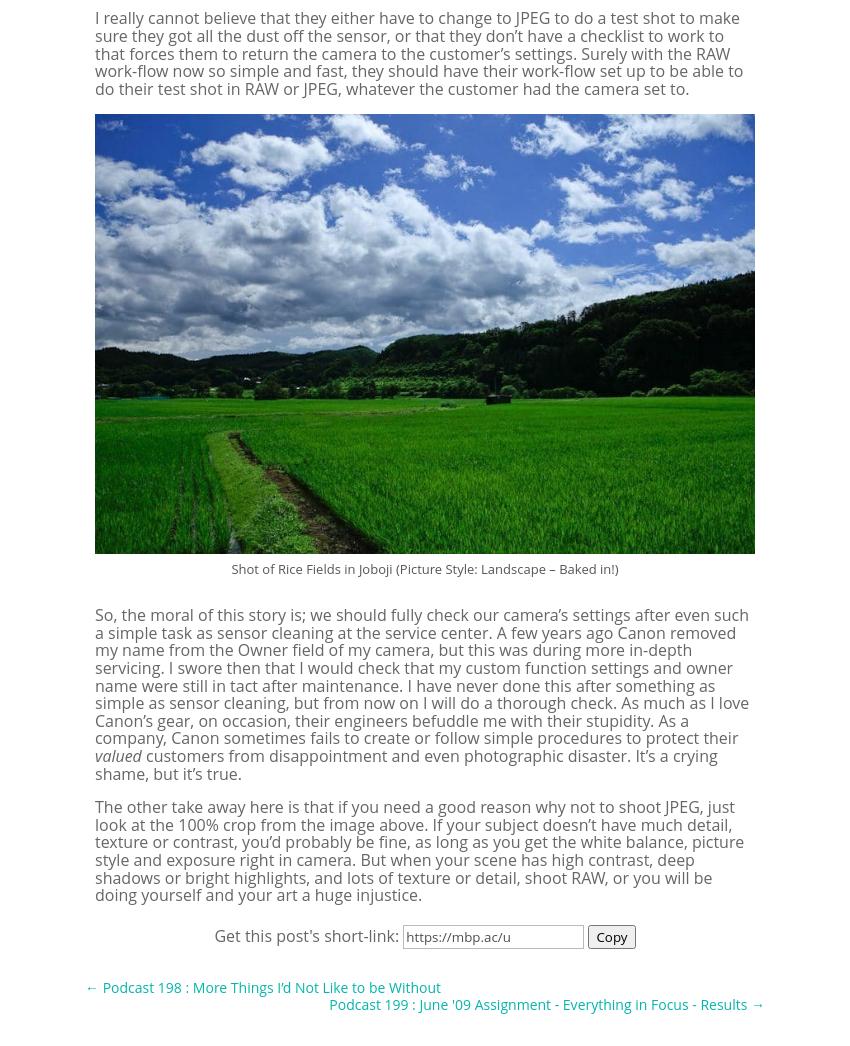  What do you see at coordinates (536, 1004) in the screenshot?
I see `'Podcast 199 : June '09 Assignment - Everything in Focus - Results'` at bounding box center [536, 1004].